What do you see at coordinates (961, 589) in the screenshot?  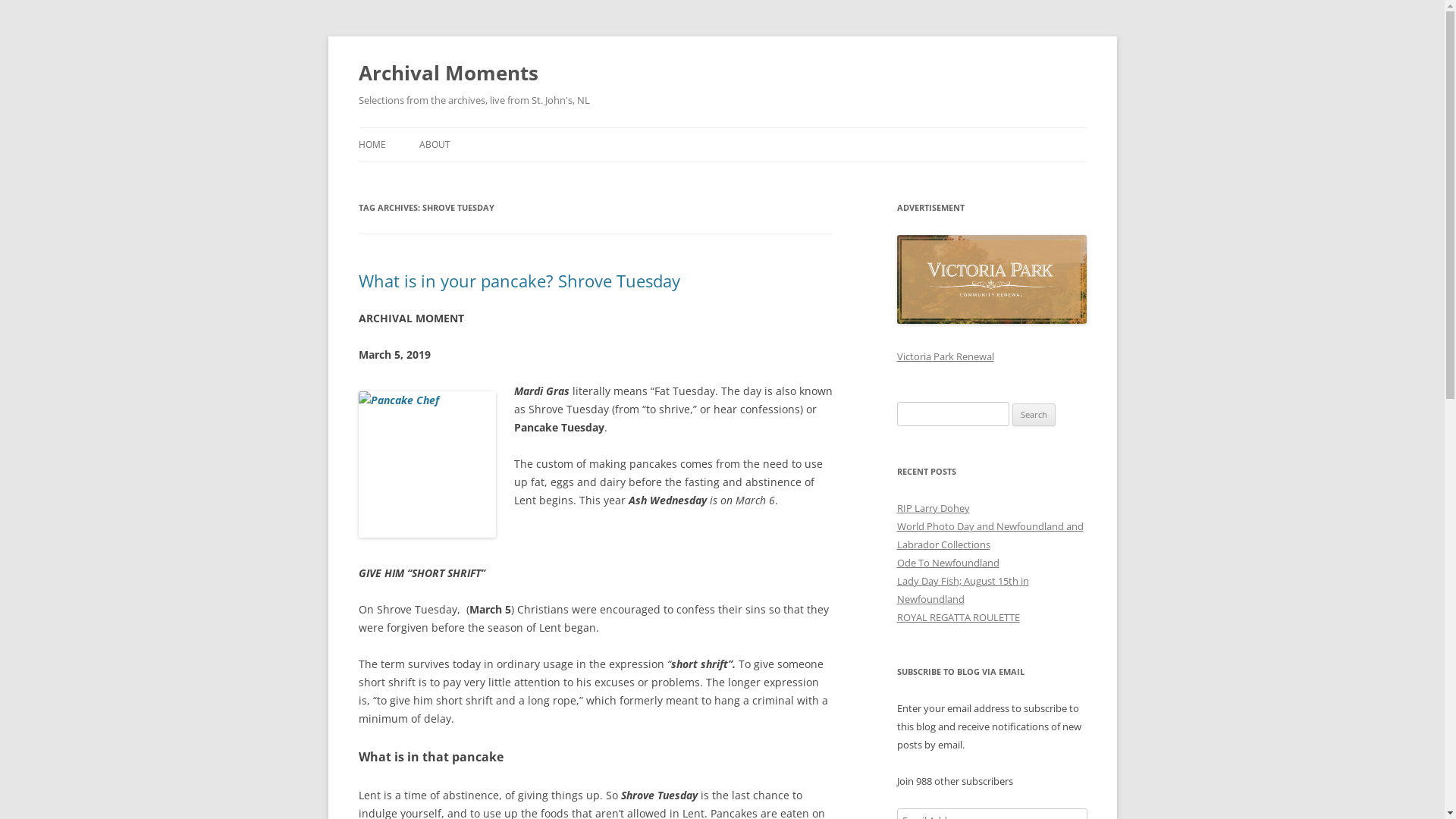 I see `'Lady Day Fish; August 15th in Newfoundland'` at bounding box center [961, 589].